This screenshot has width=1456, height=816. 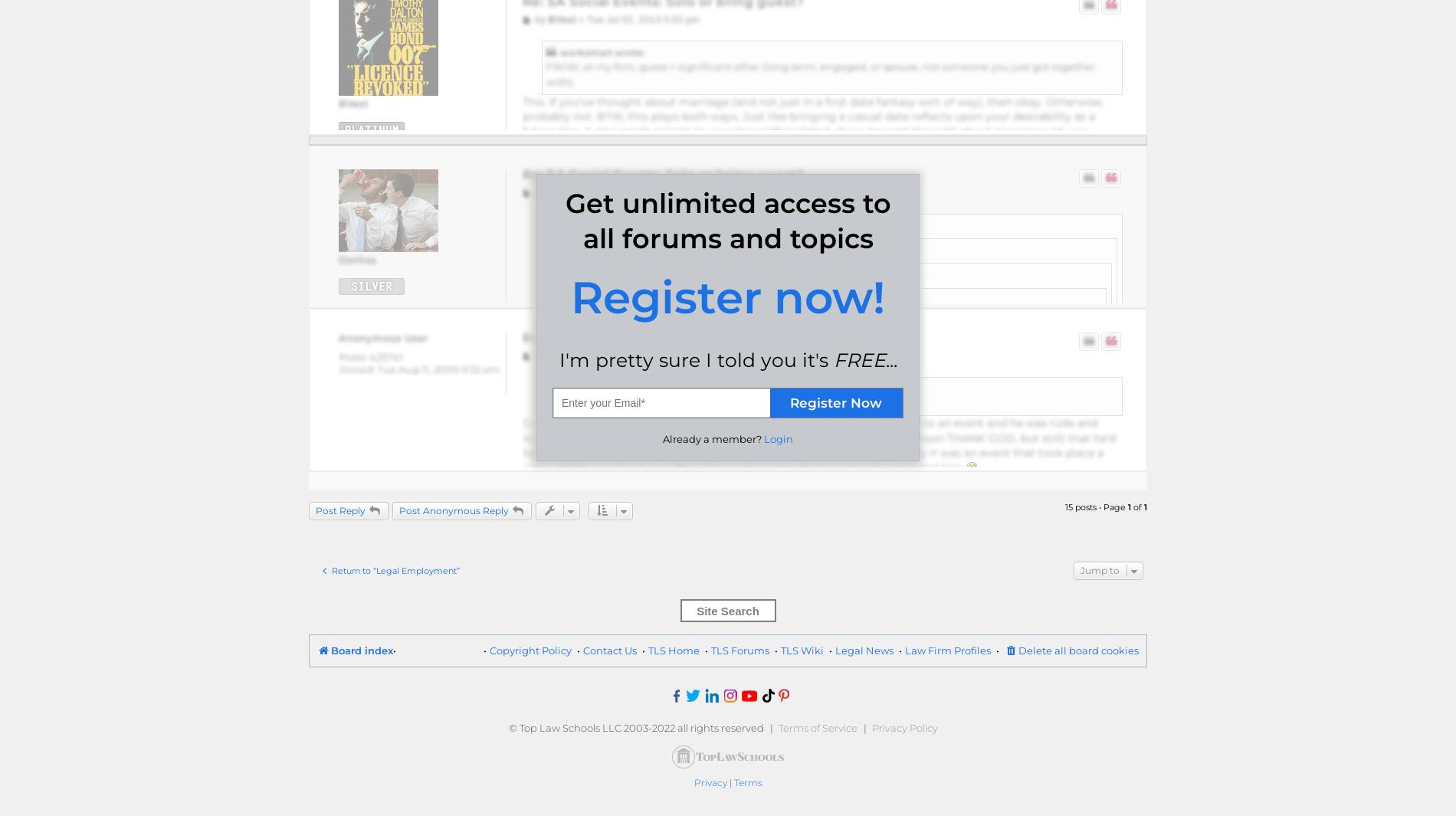 What do you see at coordinates (601, 51) in the screenshot?
I see `'worksmart wrote:'` at bounding box center [601, 51].